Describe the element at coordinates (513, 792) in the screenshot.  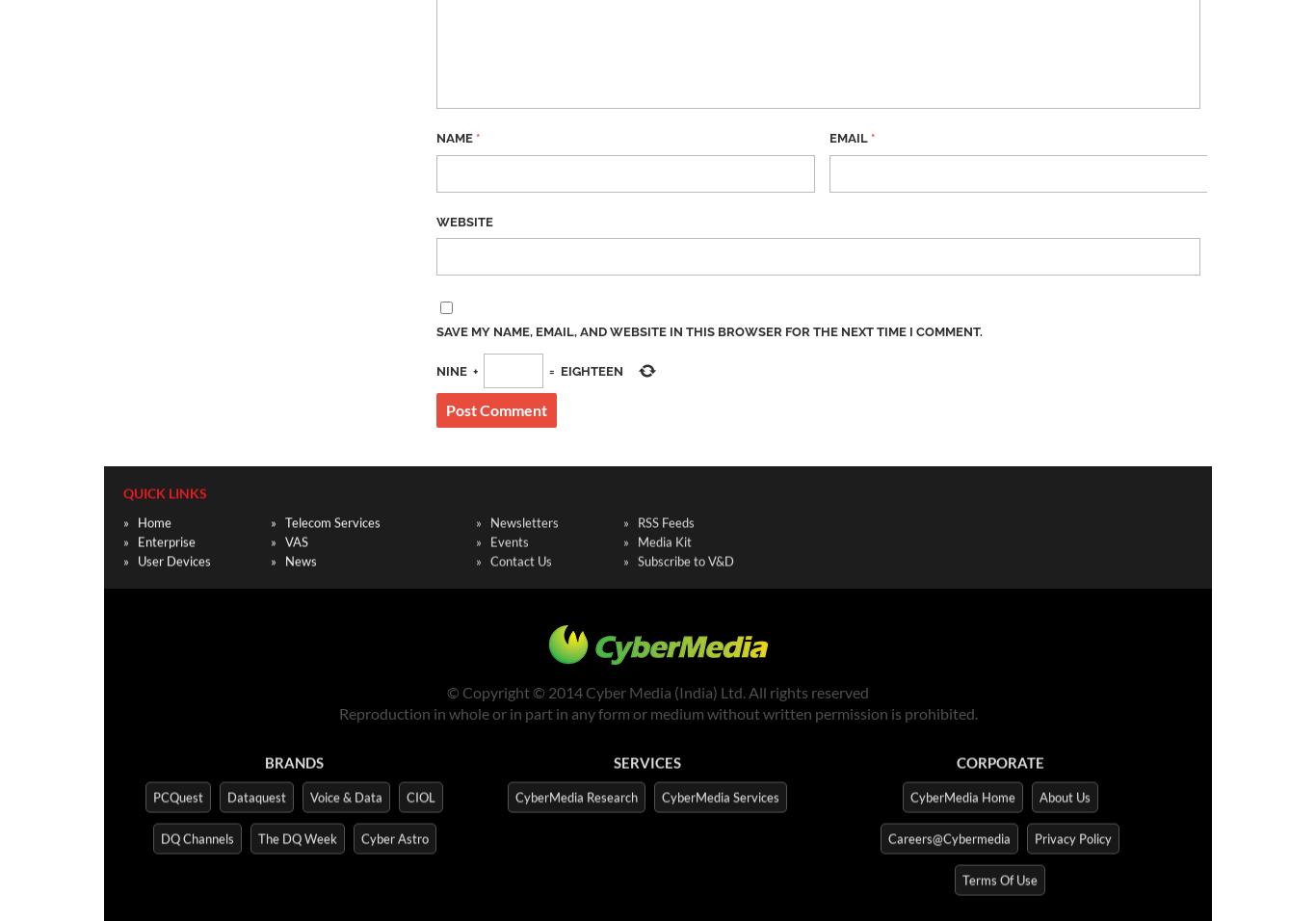
I see `'CyberMedia Research'` at that location.